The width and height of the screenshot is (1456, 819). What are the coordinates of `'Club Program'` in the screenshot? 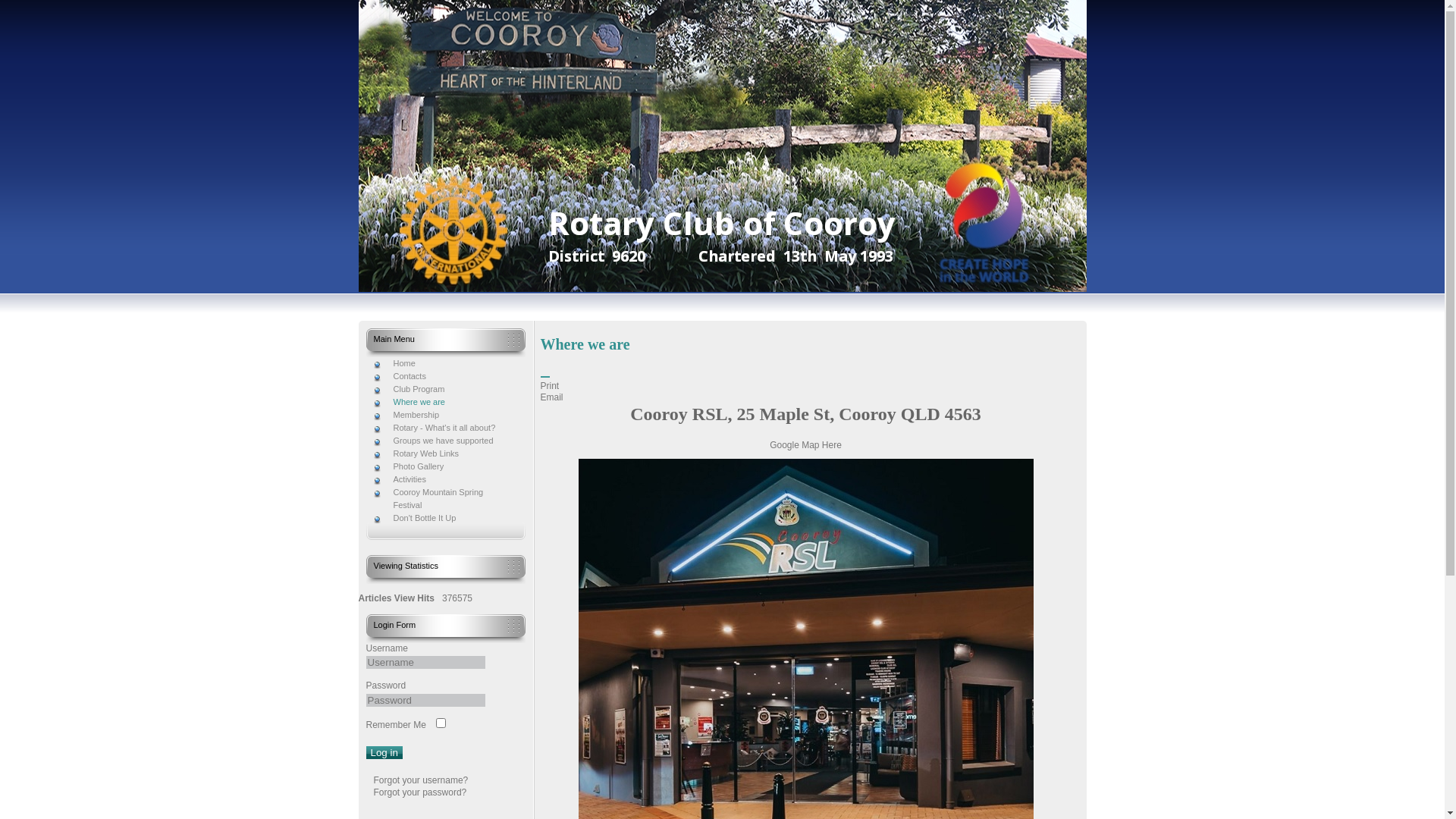 It's located at (444, 388).